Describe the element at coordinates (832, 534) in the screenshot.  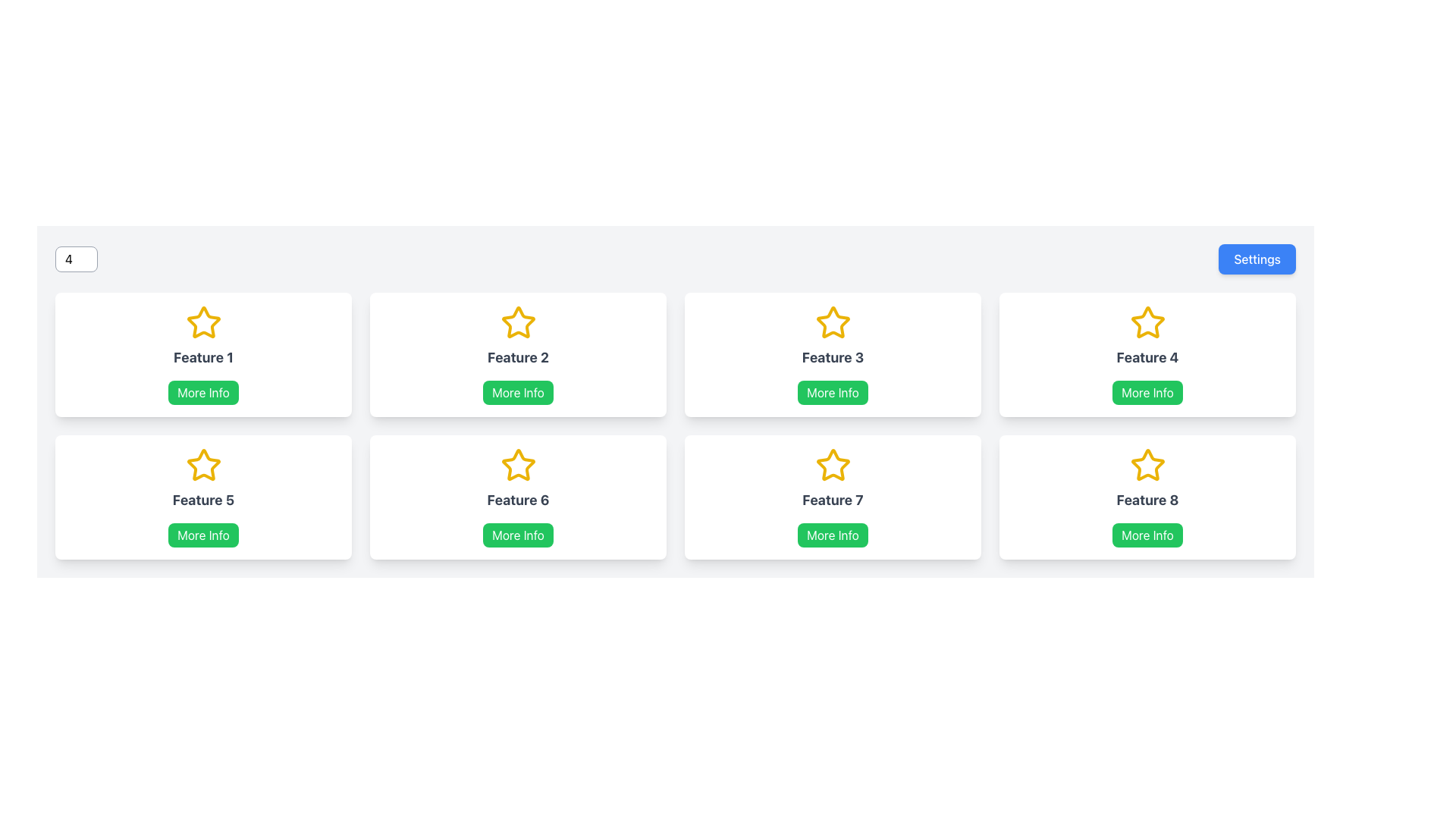
I see `the button below the title 'Feature 7' to potentially display a tooltip` at that location.